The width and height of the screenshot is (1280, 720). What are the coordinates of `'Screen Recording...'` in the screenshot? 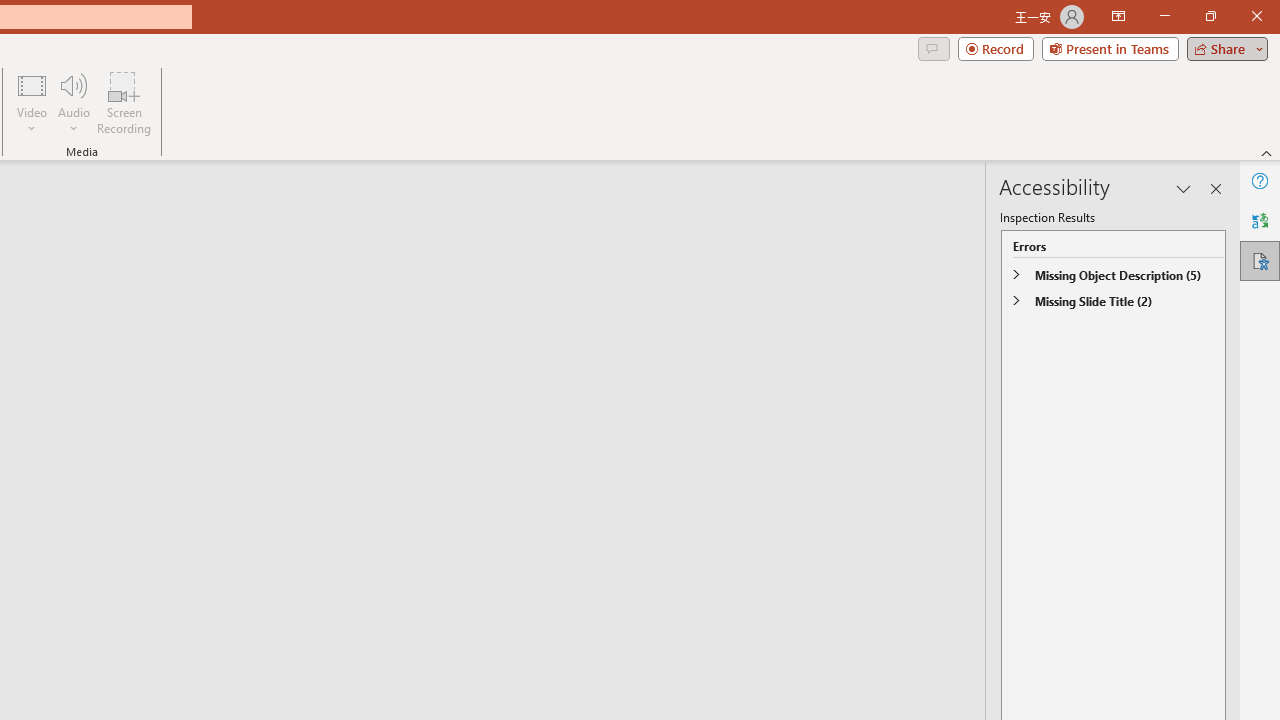 It's located at (123, 103).